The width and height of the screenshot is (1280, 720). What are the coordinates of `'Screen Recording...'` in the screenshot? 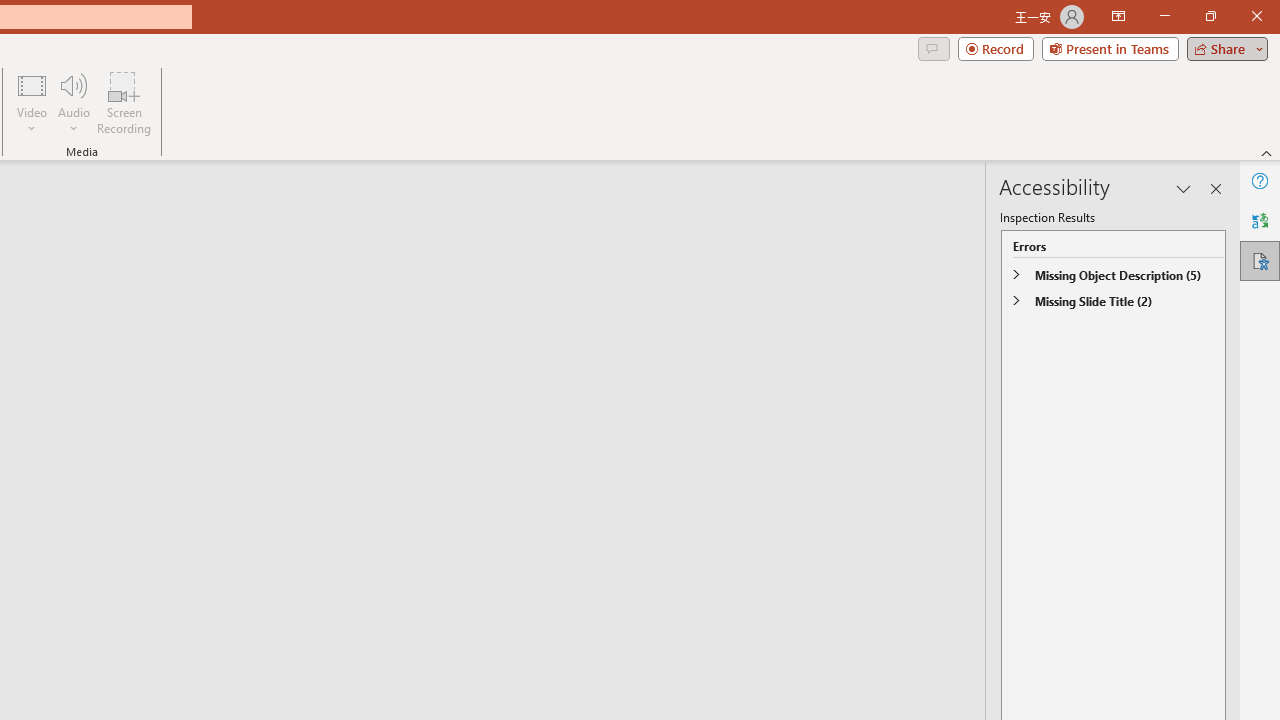 It's located at (123, 103).